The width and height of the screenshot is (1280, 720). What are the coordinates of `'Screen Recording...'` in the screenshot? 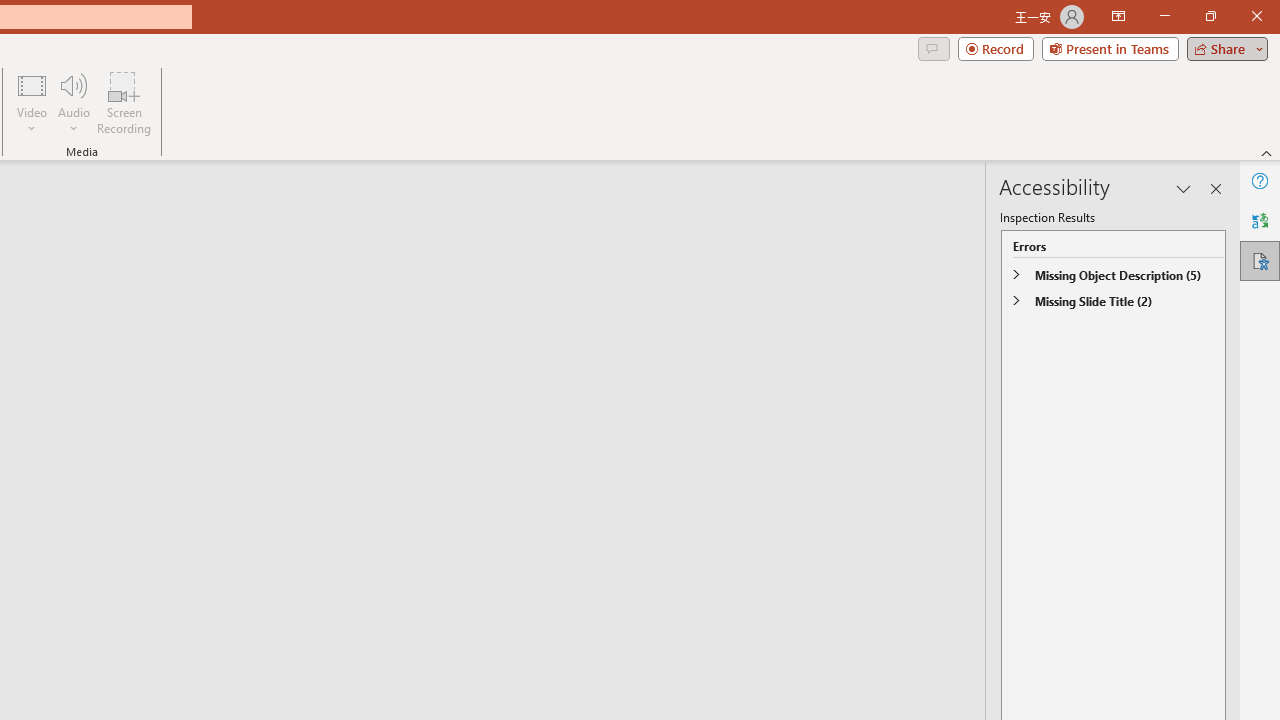 It's located at (123, 103).